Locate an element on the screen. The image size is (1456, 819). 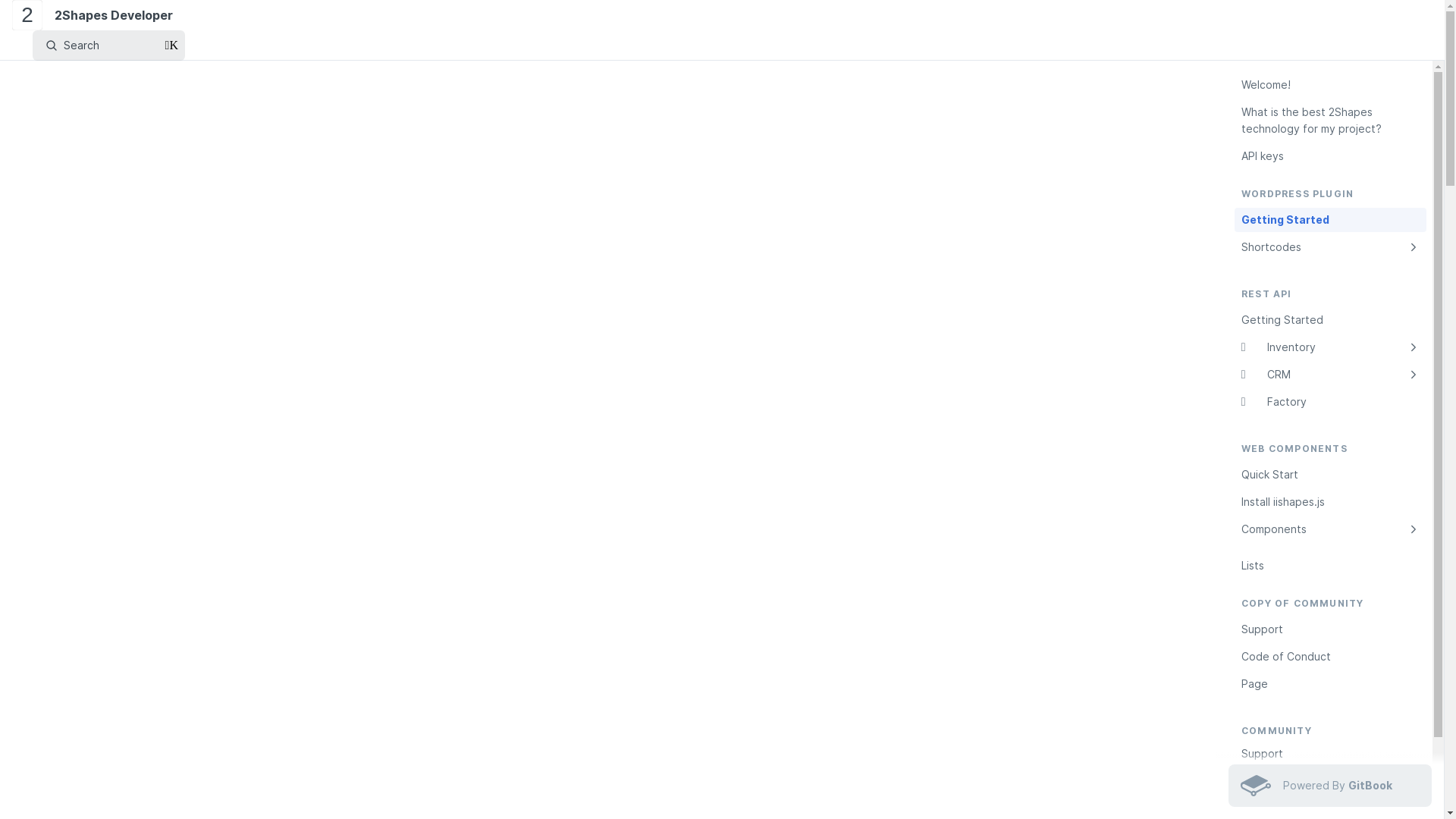
'Components' is located at coordinates (1234, 529).